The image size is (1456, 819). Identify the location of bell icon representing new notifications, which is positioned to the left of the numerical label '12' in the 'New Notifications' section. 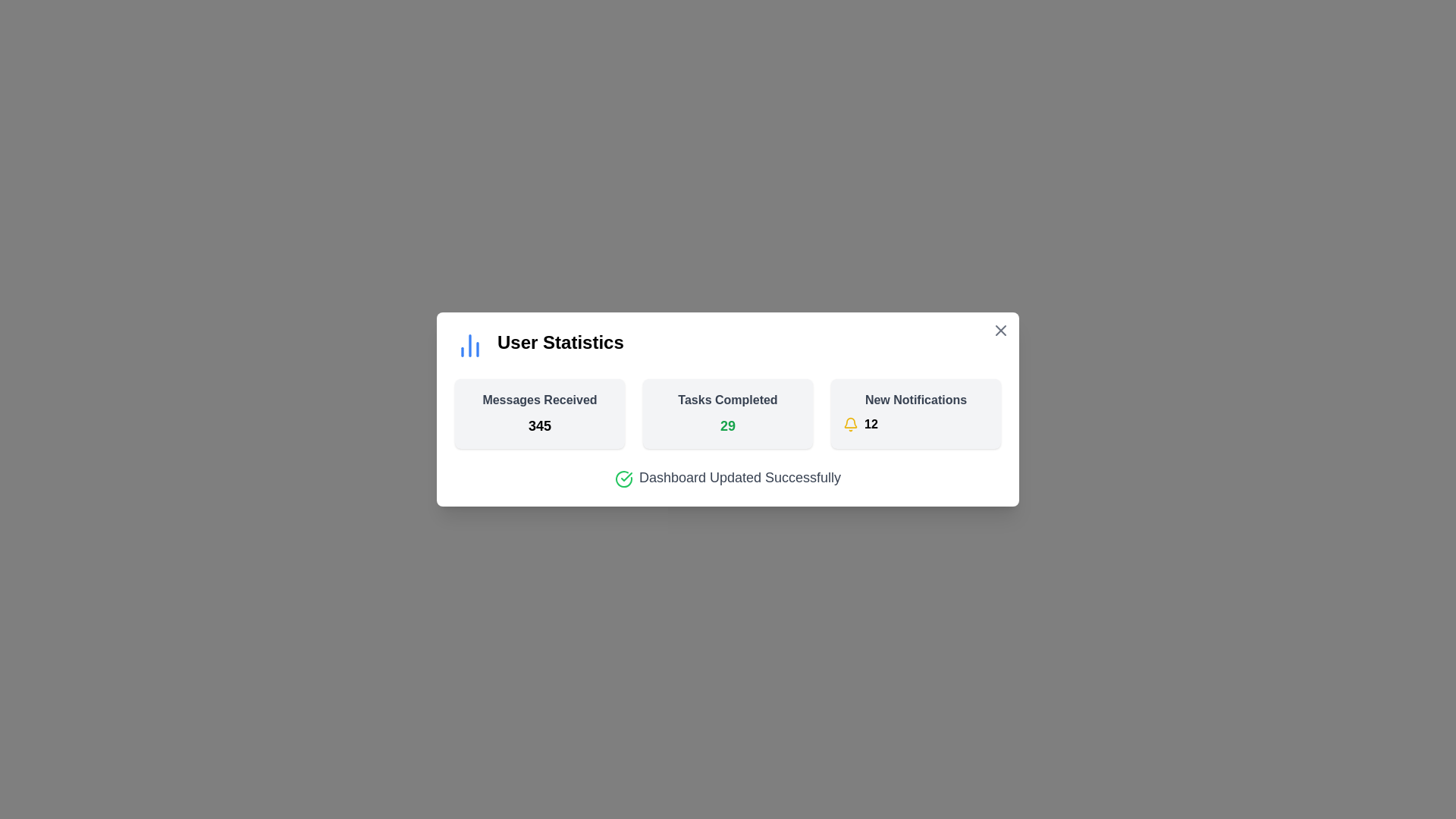
(851, 424).